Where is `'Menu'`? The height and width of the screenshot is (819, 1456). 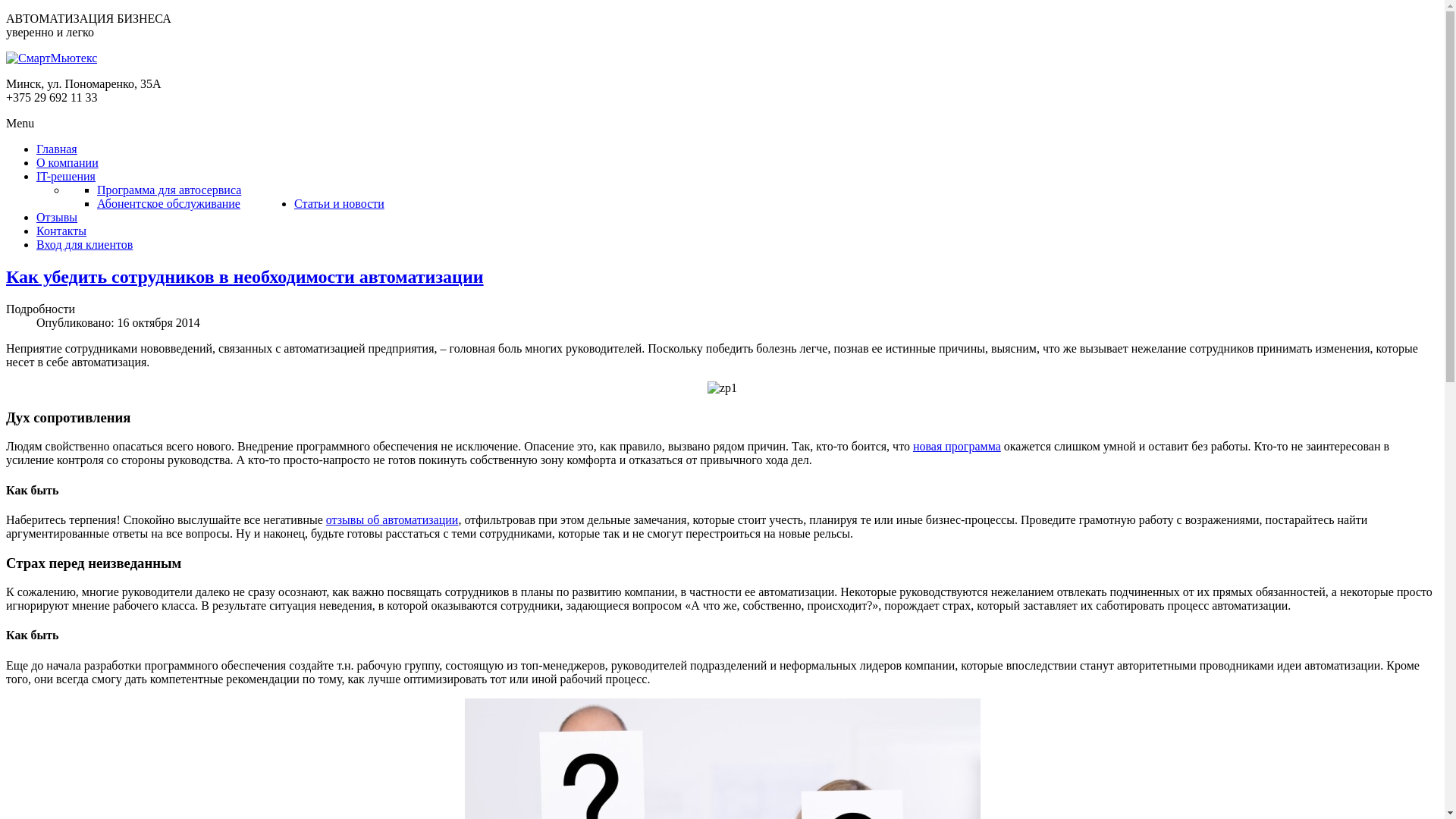 'Menu' is located at coordinates (20, 122).